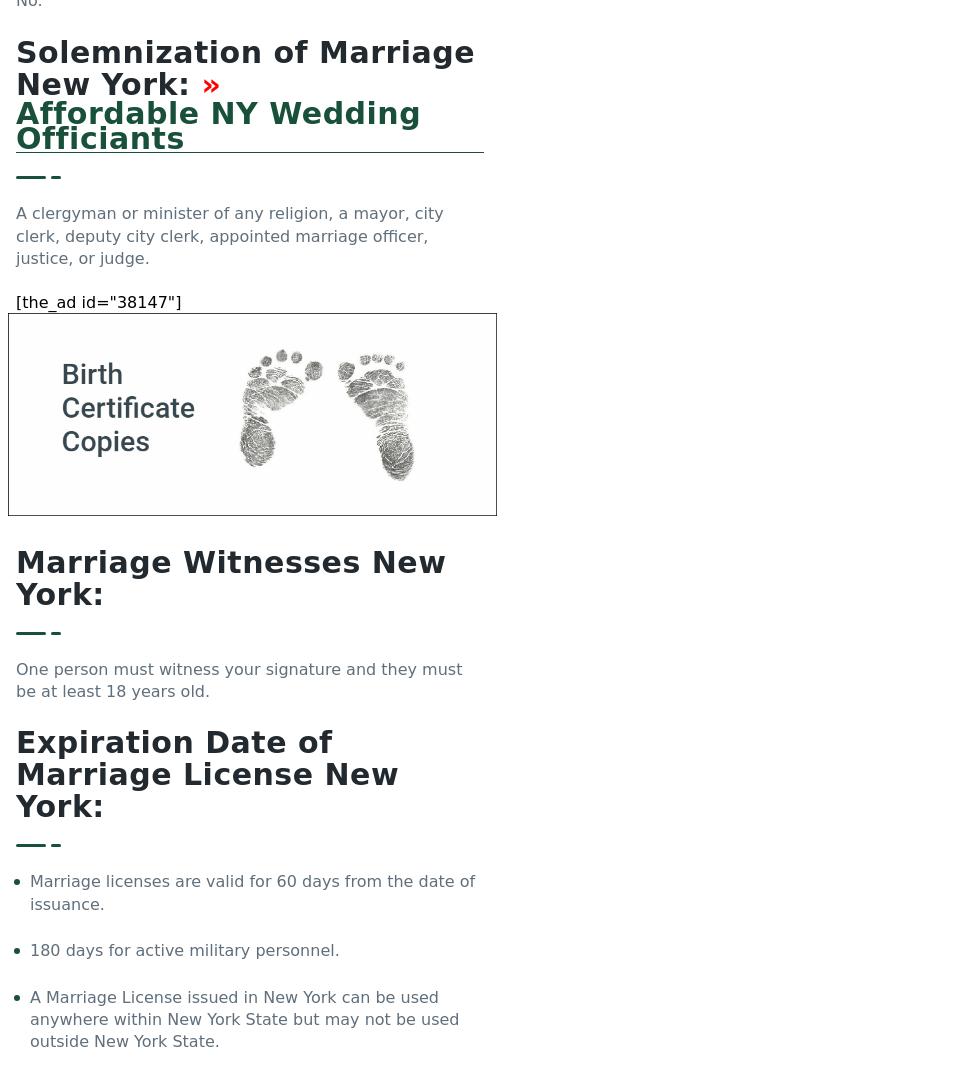 The height and width of the screenshot is (1065, 978). Describe the element at coordinates (98, 301) in the screenshot. I see `'[the_ad id="38147"]'` at that location.